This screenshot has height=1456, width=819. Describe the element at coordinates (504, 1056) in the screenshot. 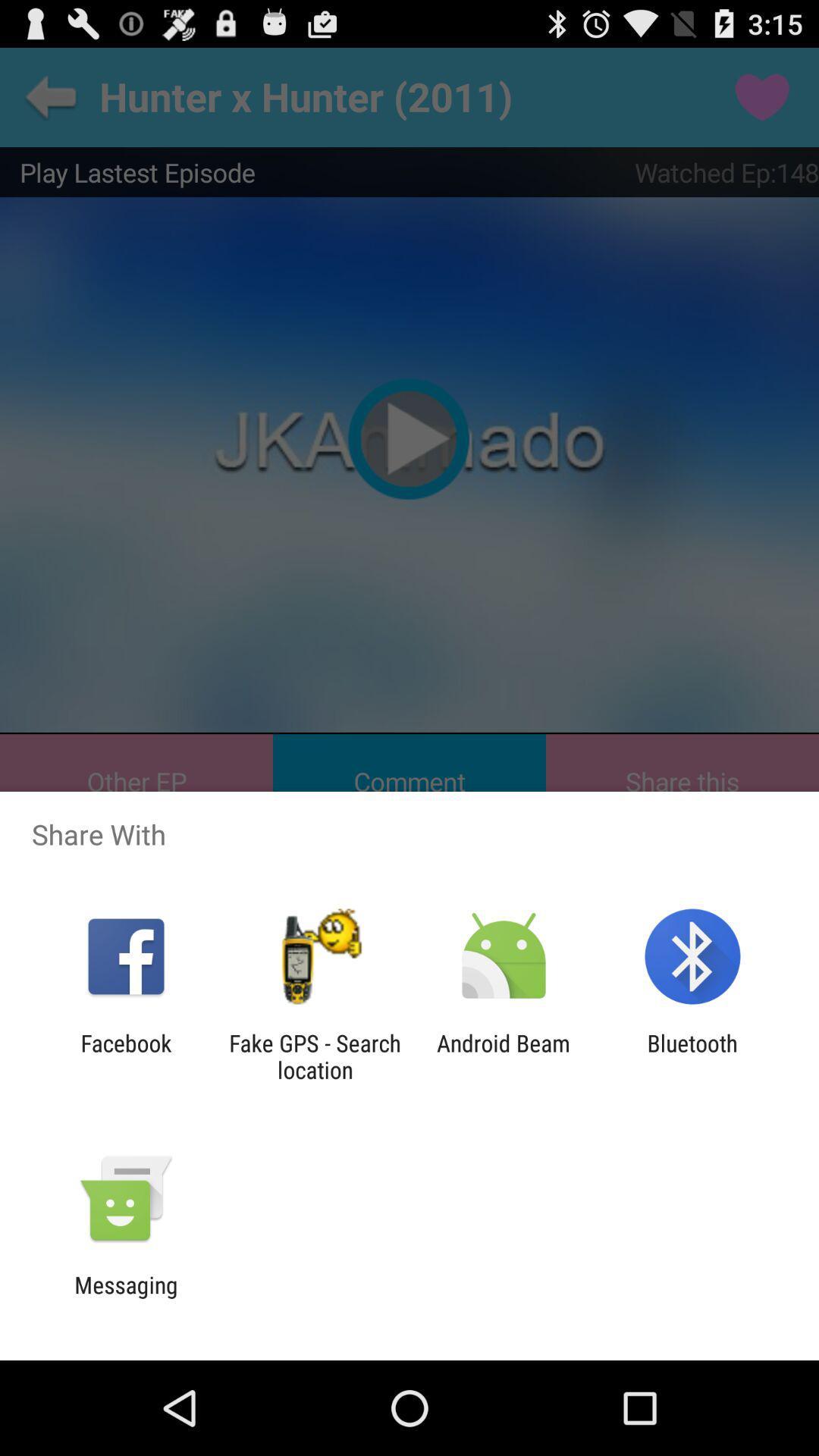

I see `app next to fake gps search app` at that location.